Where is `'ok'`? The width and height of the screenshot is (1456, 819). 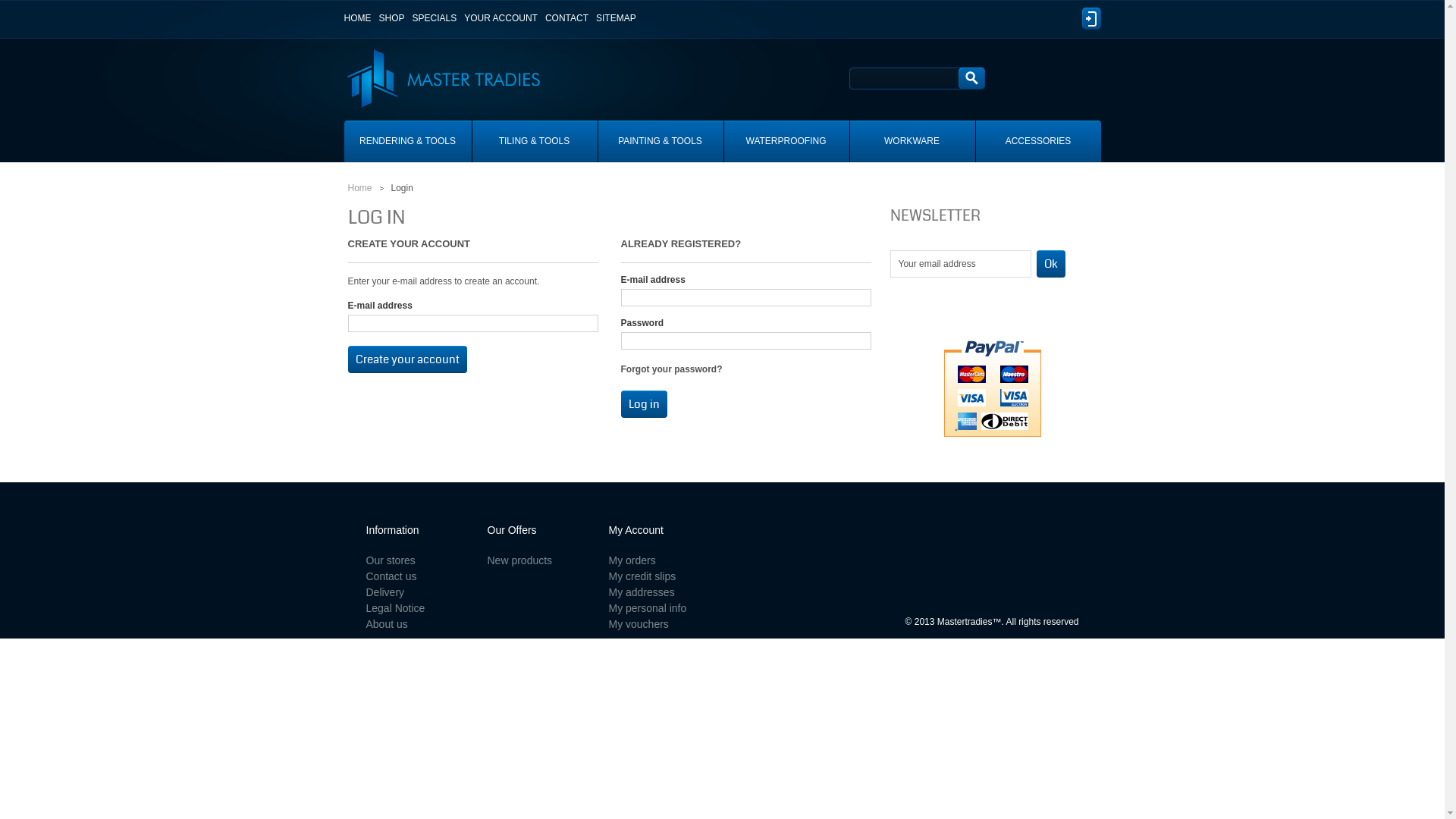
'ok' is located at coordinates (1050, 262).